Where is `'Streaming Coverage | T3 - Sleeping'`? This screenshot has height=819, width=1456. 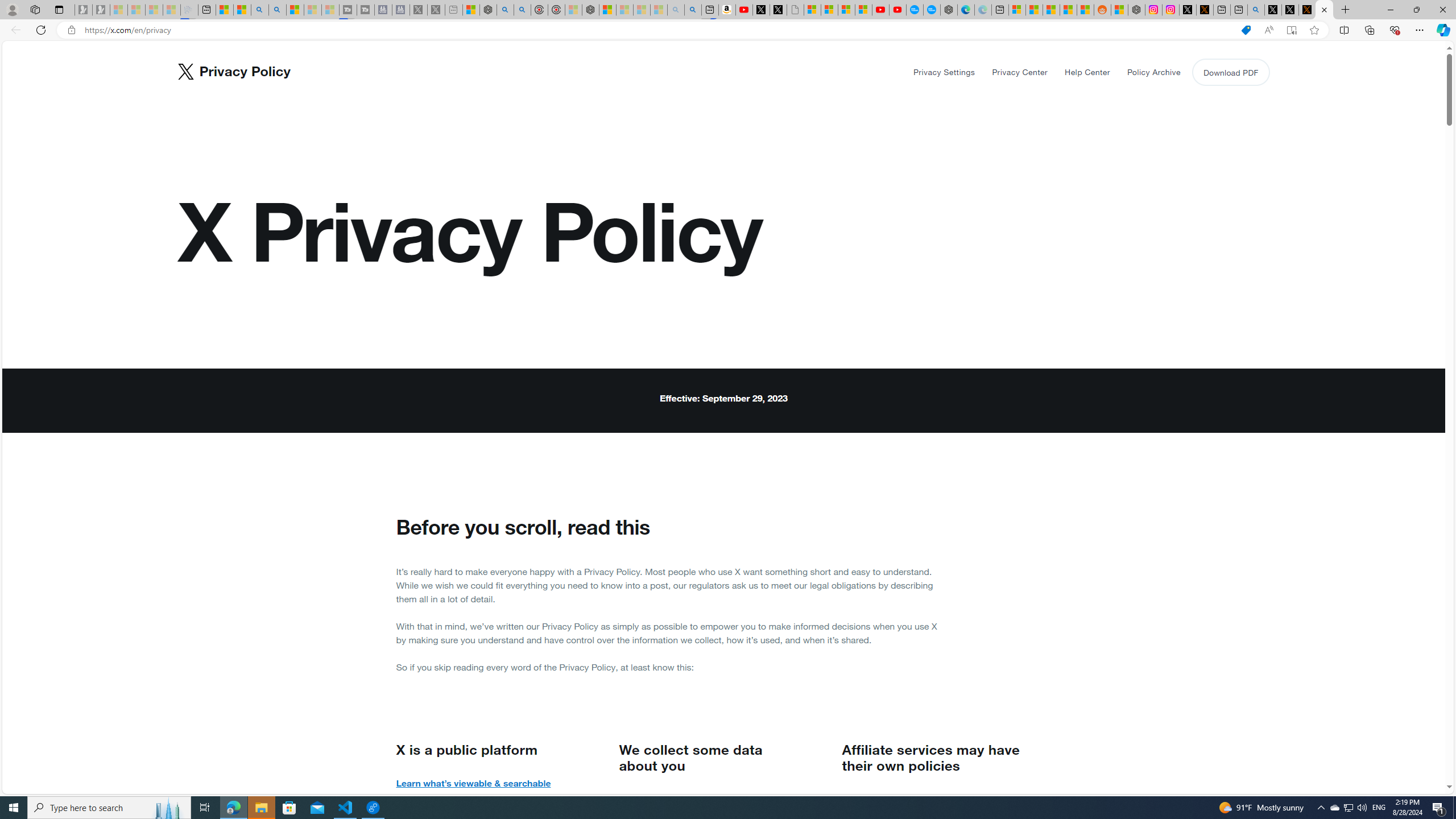 'Streaming Coverage | T3 - Sleeping' is located at coordinates (348, 9).